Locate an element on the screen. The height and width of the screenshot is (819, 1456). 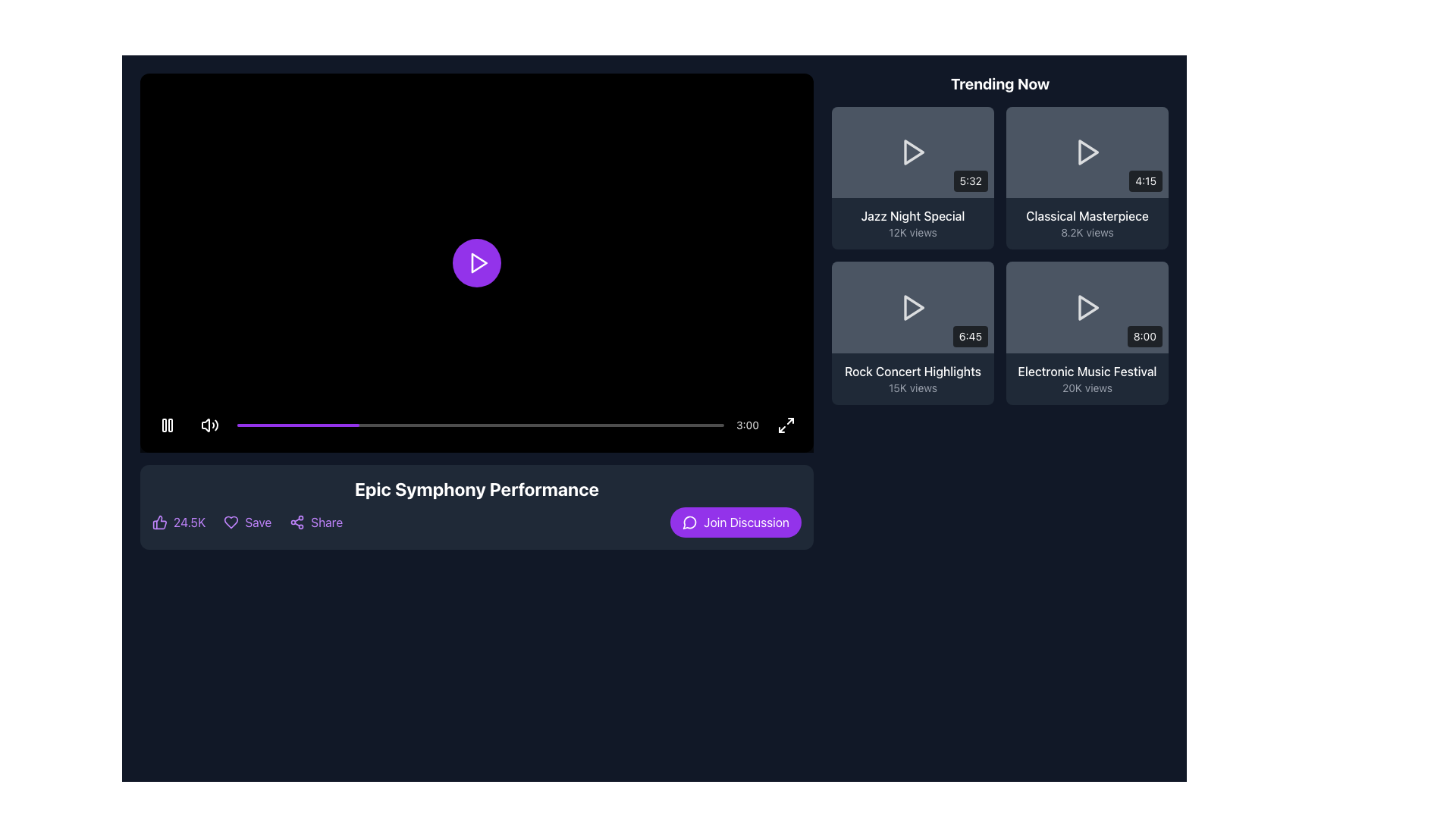
the central play icon within the circular button in the video player interface to play the video is located at coordinates (479, 262).